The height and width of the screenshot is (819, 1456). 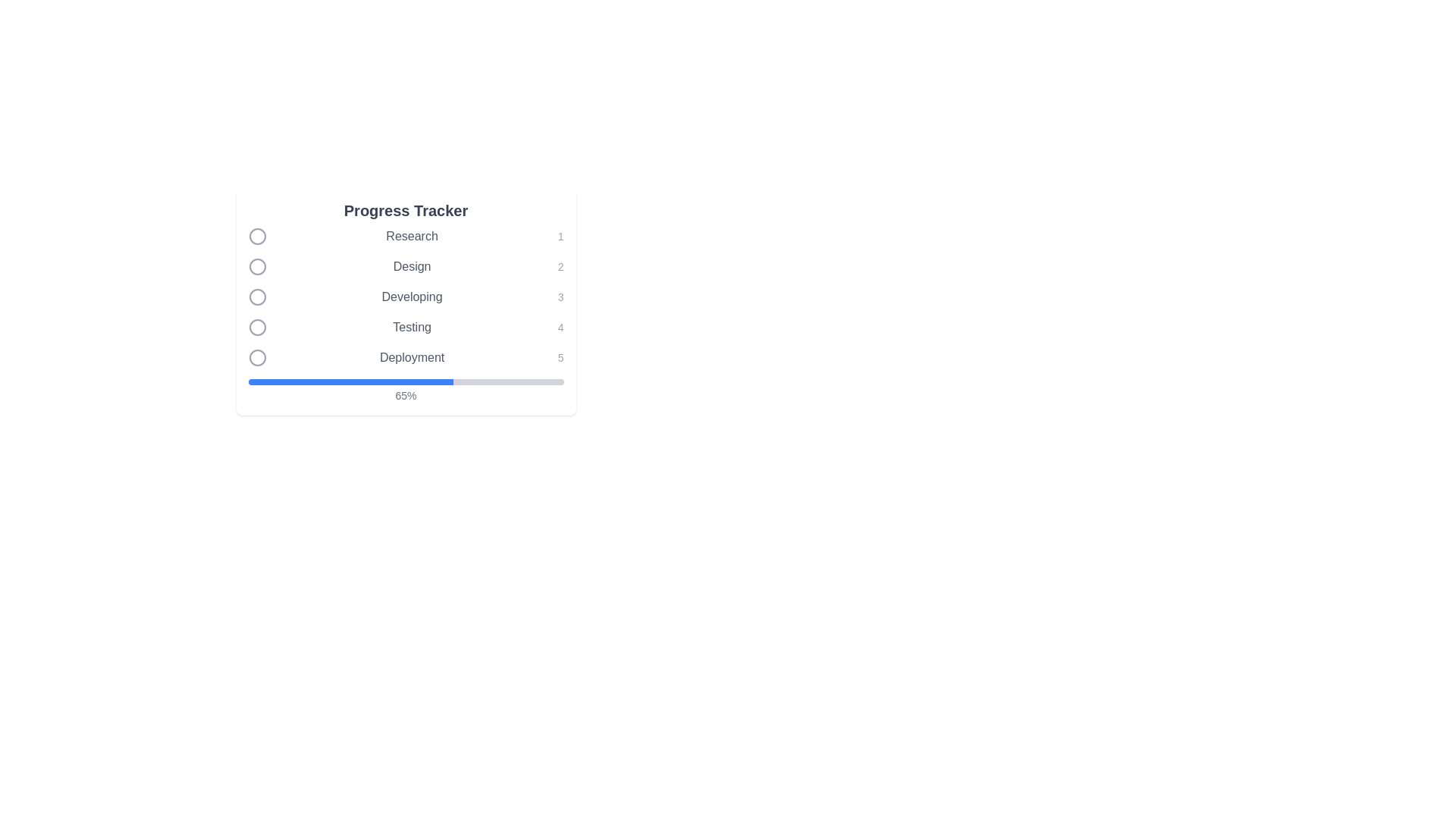 I want to click on the progress percentage displayed in the Progress Tracker element that visually represents the current stage as 'Testing' and overall progress as '65%', so click(x=406, y=315).